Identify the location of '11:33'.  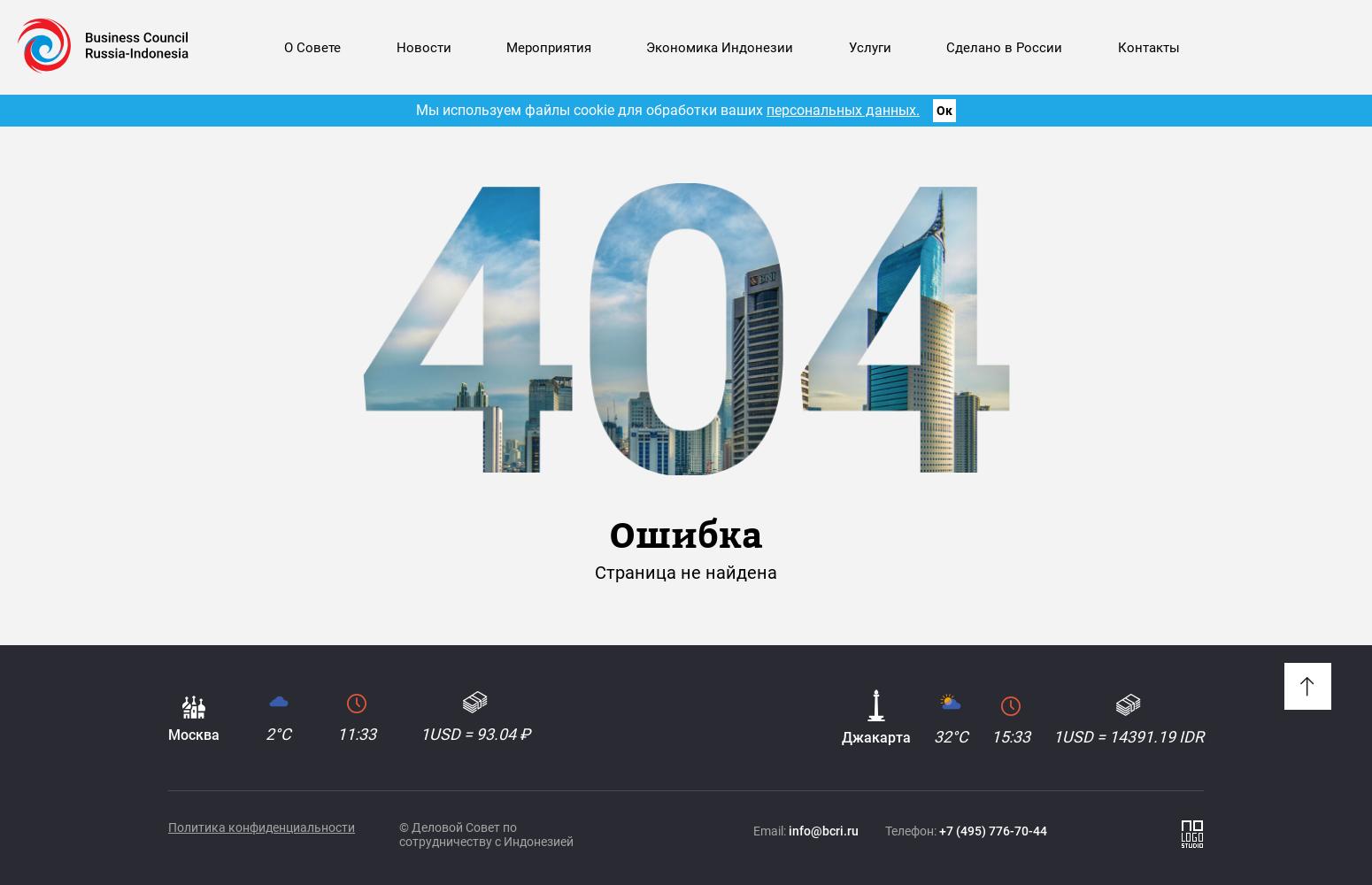
(356, 733).